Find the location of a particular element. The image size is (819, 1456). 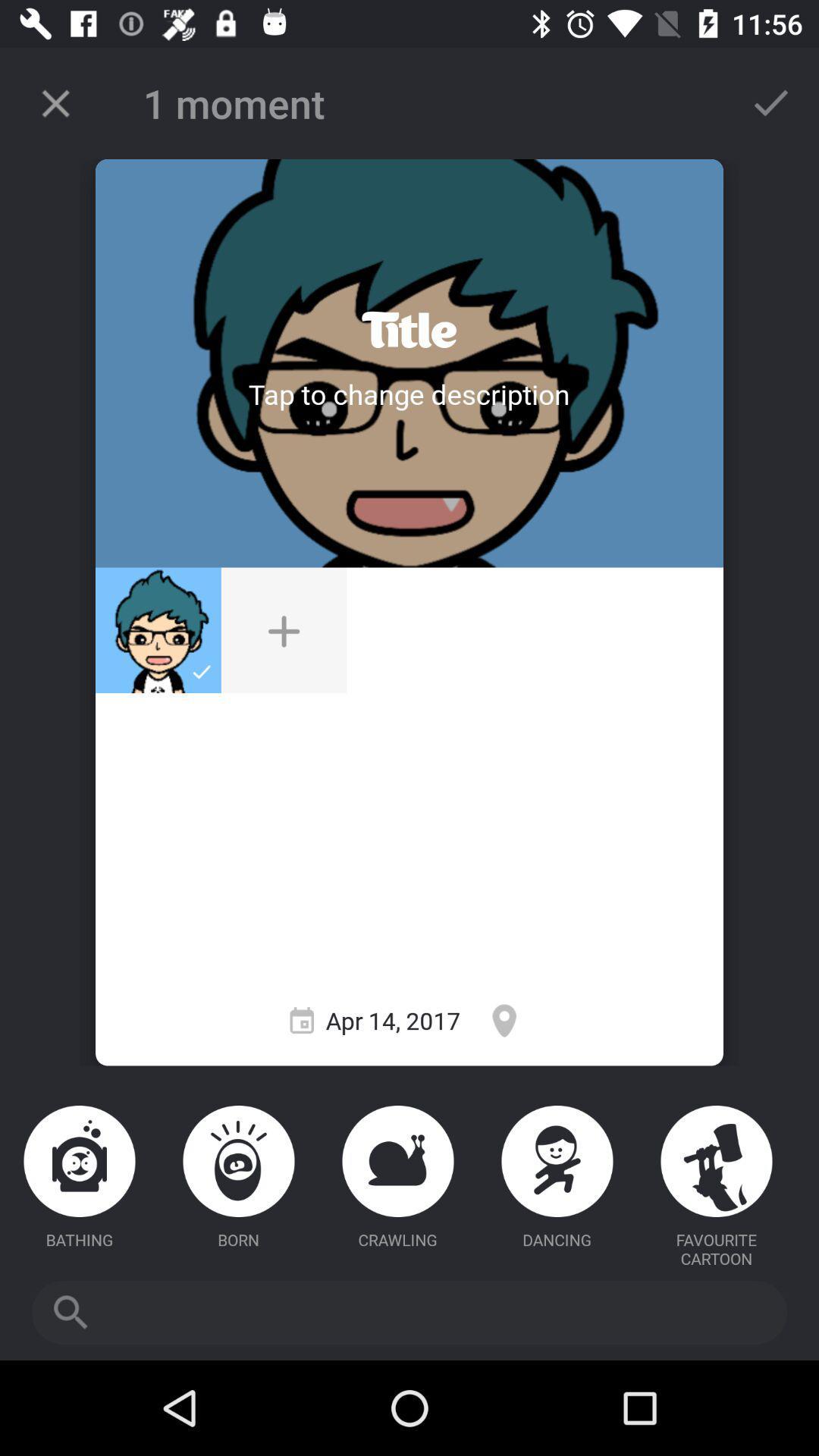

tap to title is located at coordinates (408, 394).